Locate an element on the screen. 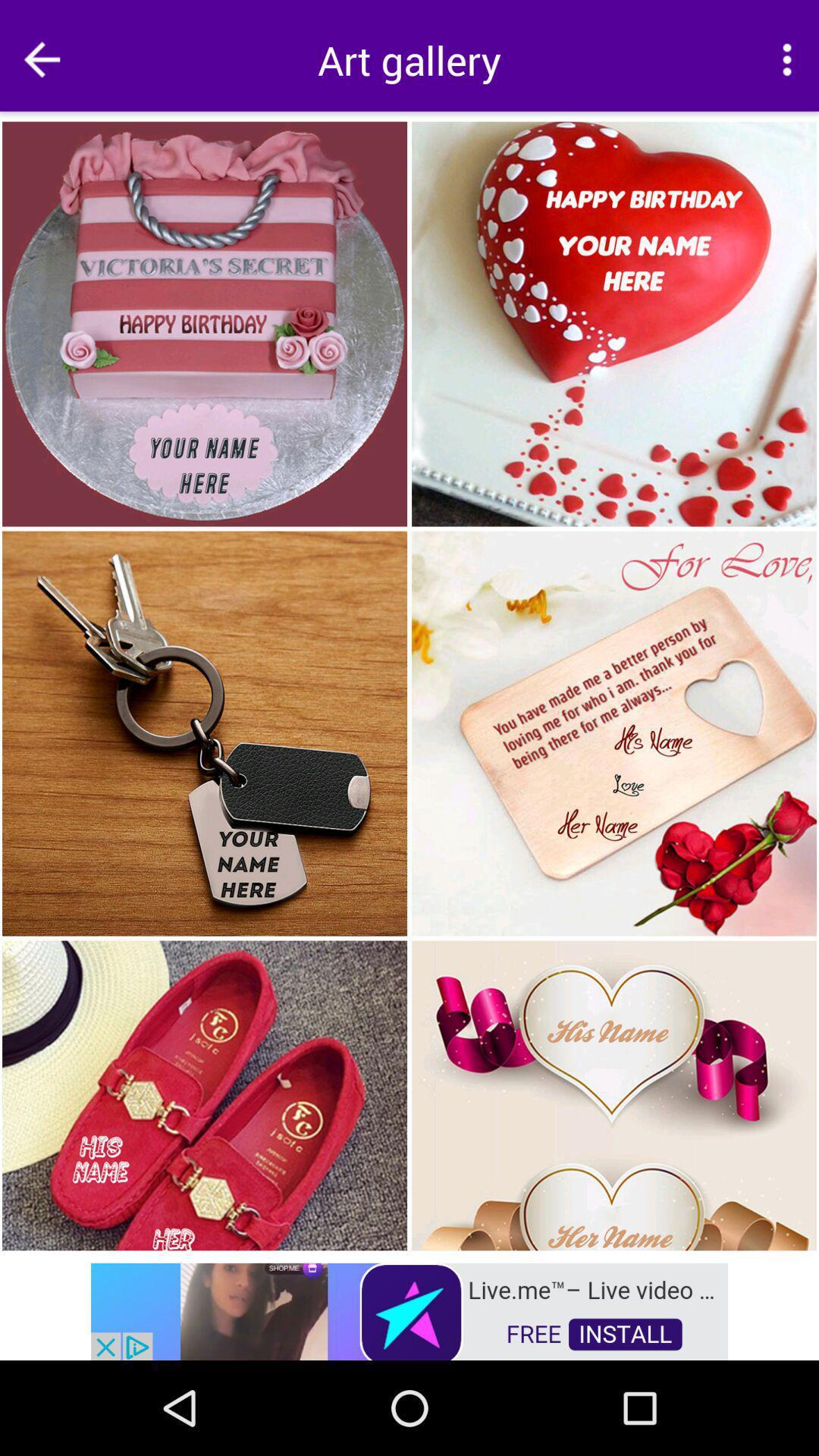  the more icon is located at coordinates (786, 63).